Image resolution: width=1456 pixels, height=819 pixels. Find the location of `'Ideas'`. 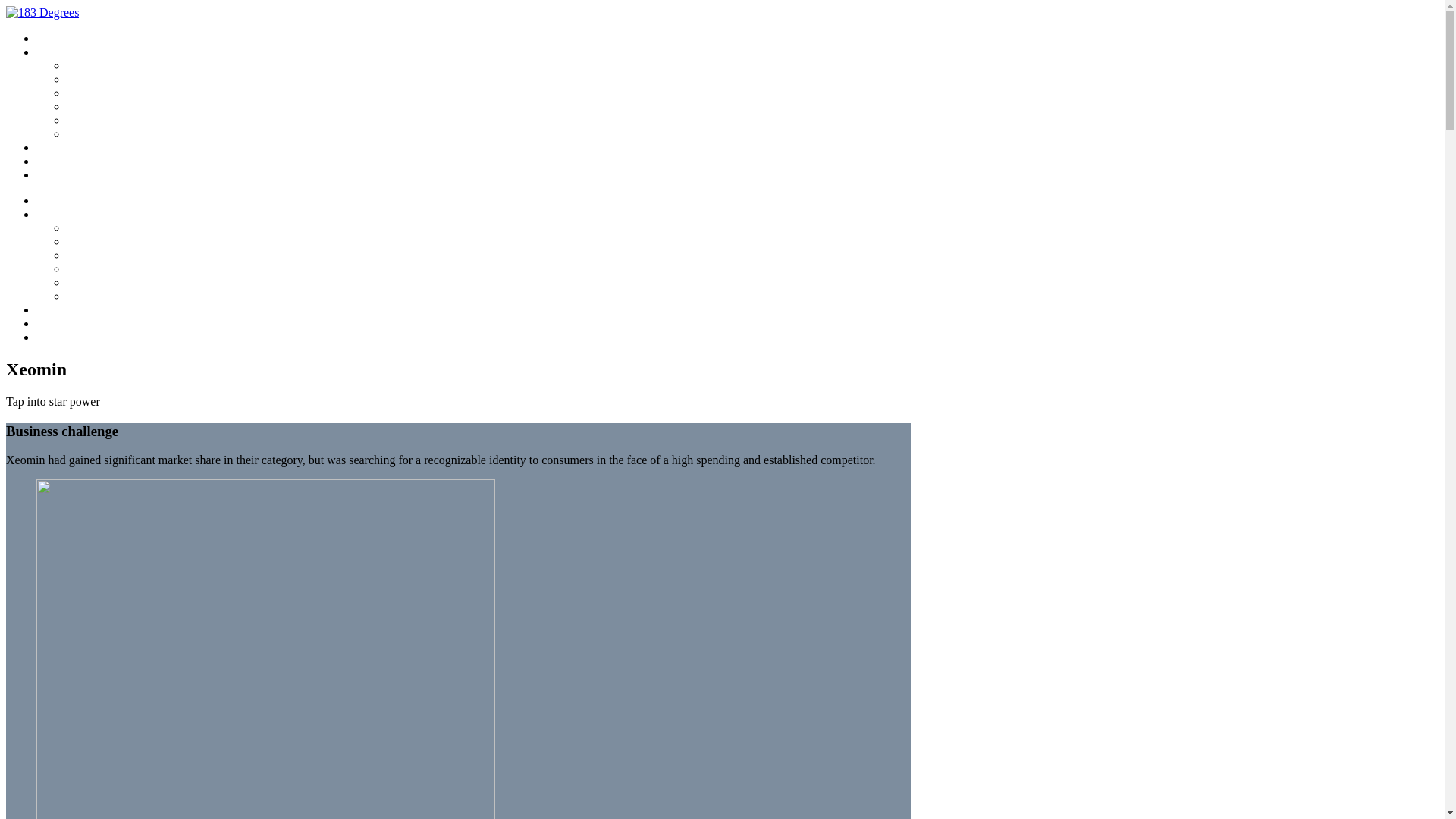

'Ideas' is located at coordinates (36, 174).